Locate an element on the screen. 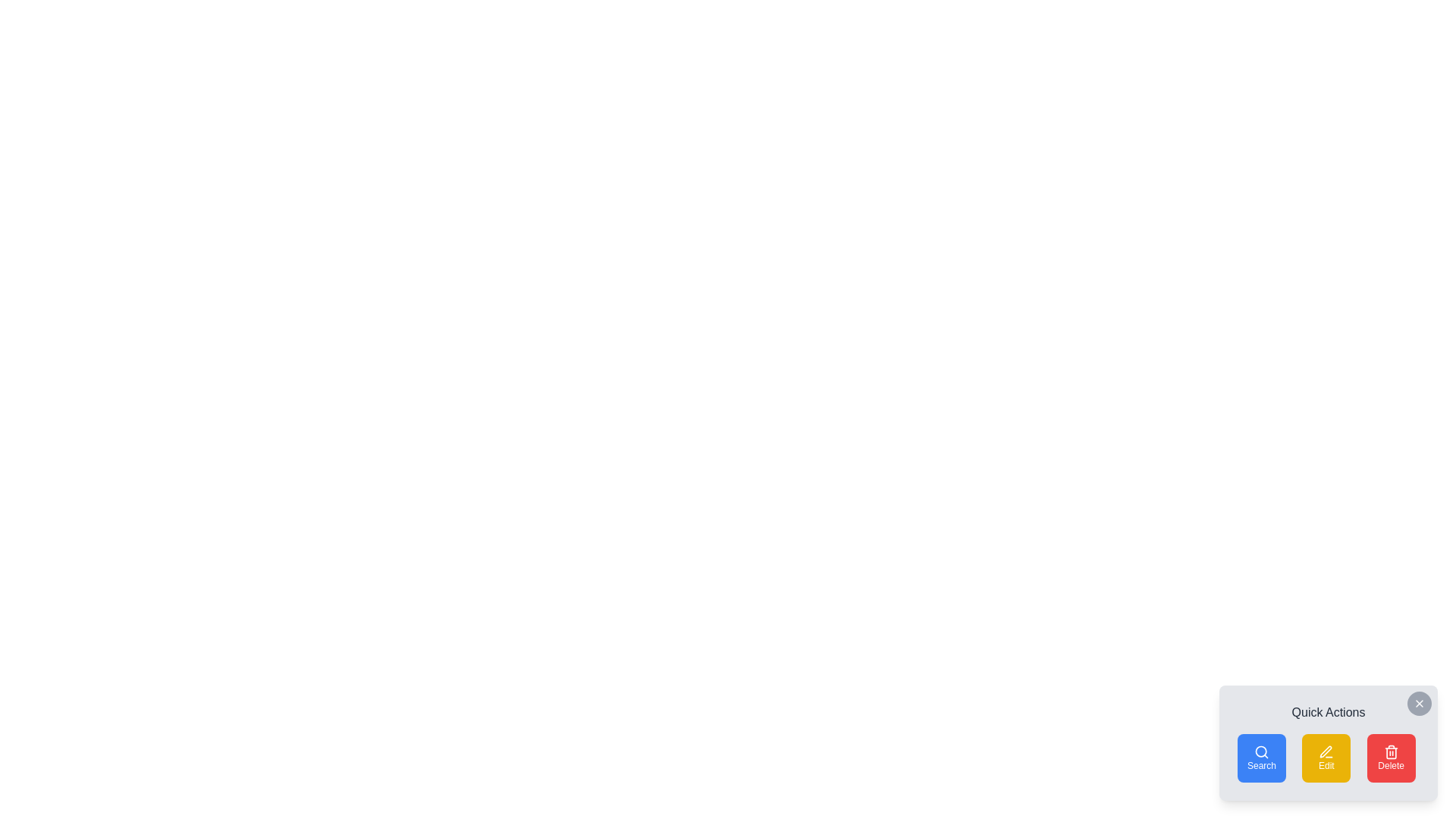 Image resolution: width=1456 pixels, height=819 pixels. the Icon button located at the top-right corner of the 'Quick Actions' panel is located at coordinates (1419, 704).